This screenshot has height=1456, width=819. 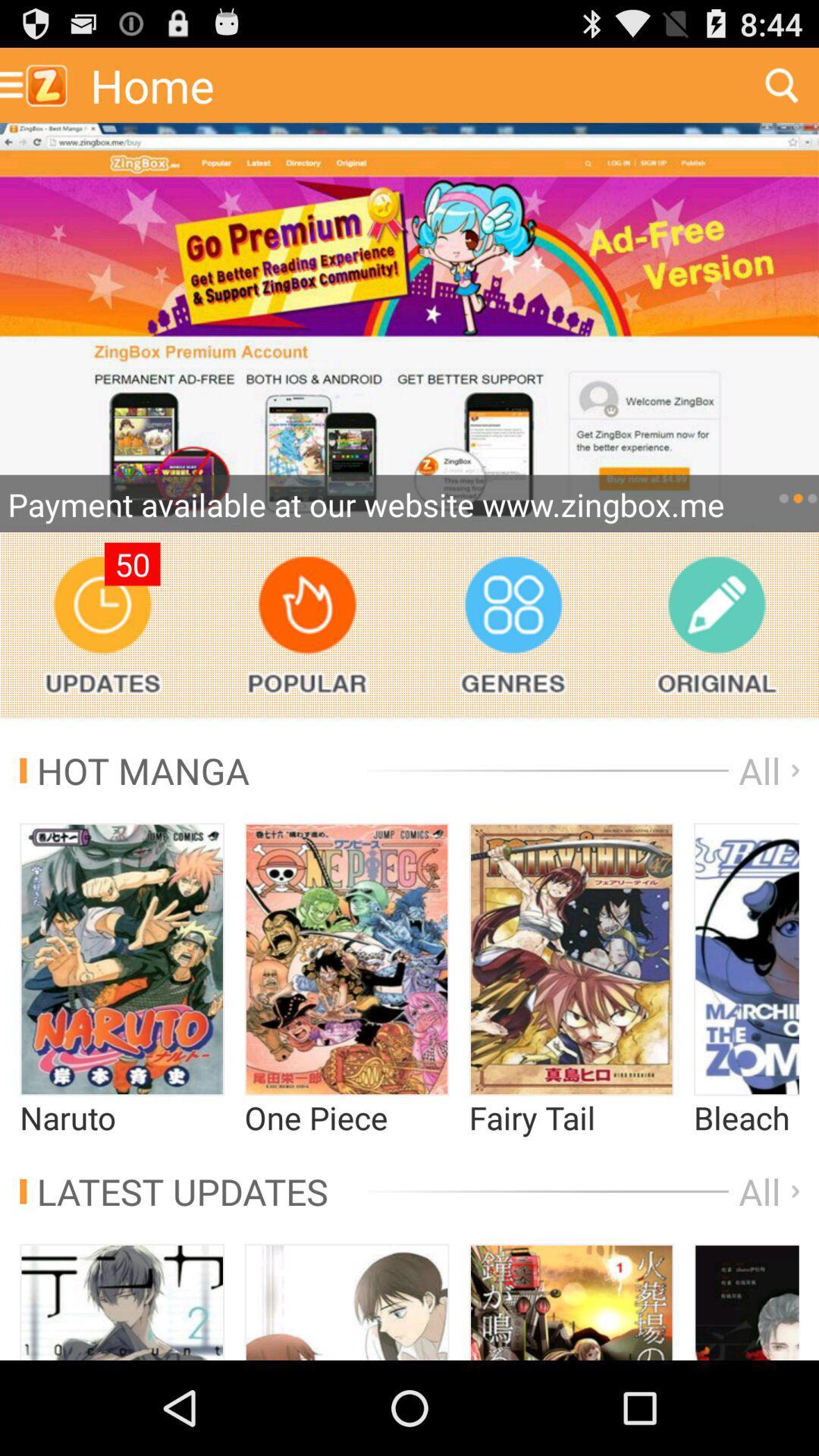 What do you see at coordinates (717, 625) in the screenshot?
I see `original works` at bounding box center [717, 625].